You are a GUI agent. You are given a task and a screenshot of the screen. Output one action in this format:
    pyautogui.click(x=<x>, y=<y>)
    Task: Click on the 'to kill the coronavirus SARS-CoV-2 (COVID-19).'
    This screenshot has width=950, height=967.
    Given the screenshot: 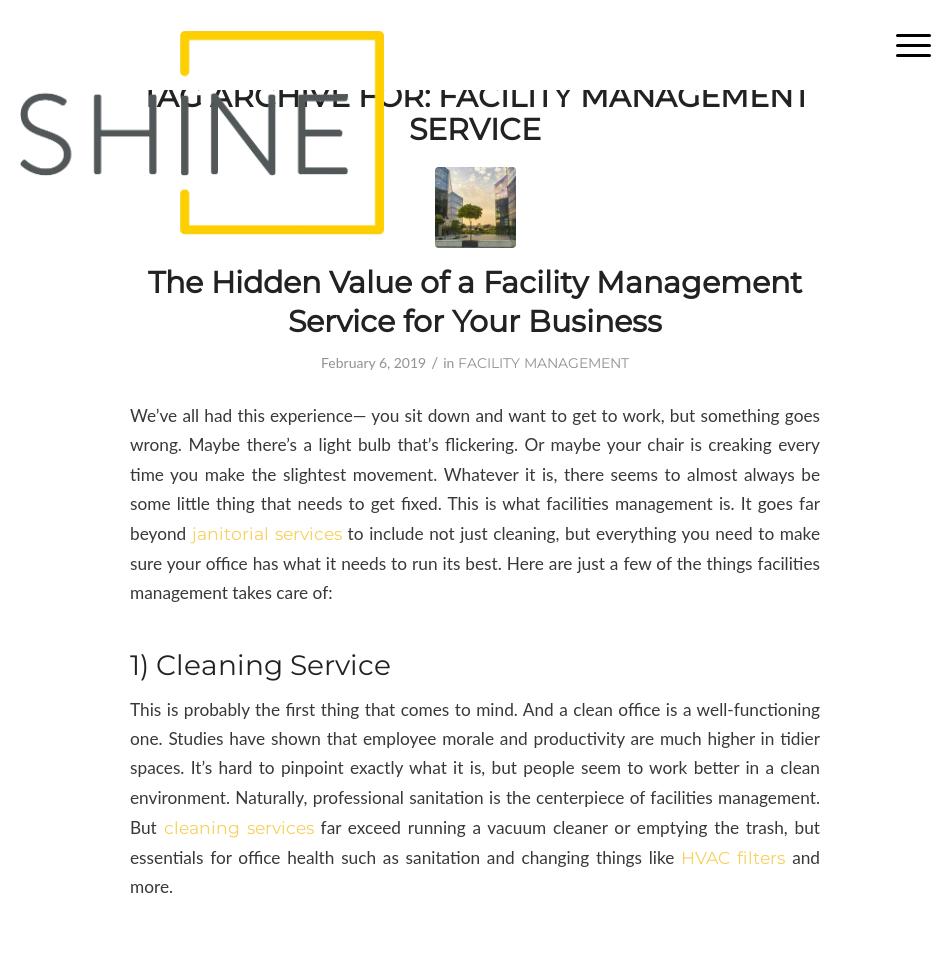 What is the action you would take?
    pyautogui.click(x=270, y=43)
    